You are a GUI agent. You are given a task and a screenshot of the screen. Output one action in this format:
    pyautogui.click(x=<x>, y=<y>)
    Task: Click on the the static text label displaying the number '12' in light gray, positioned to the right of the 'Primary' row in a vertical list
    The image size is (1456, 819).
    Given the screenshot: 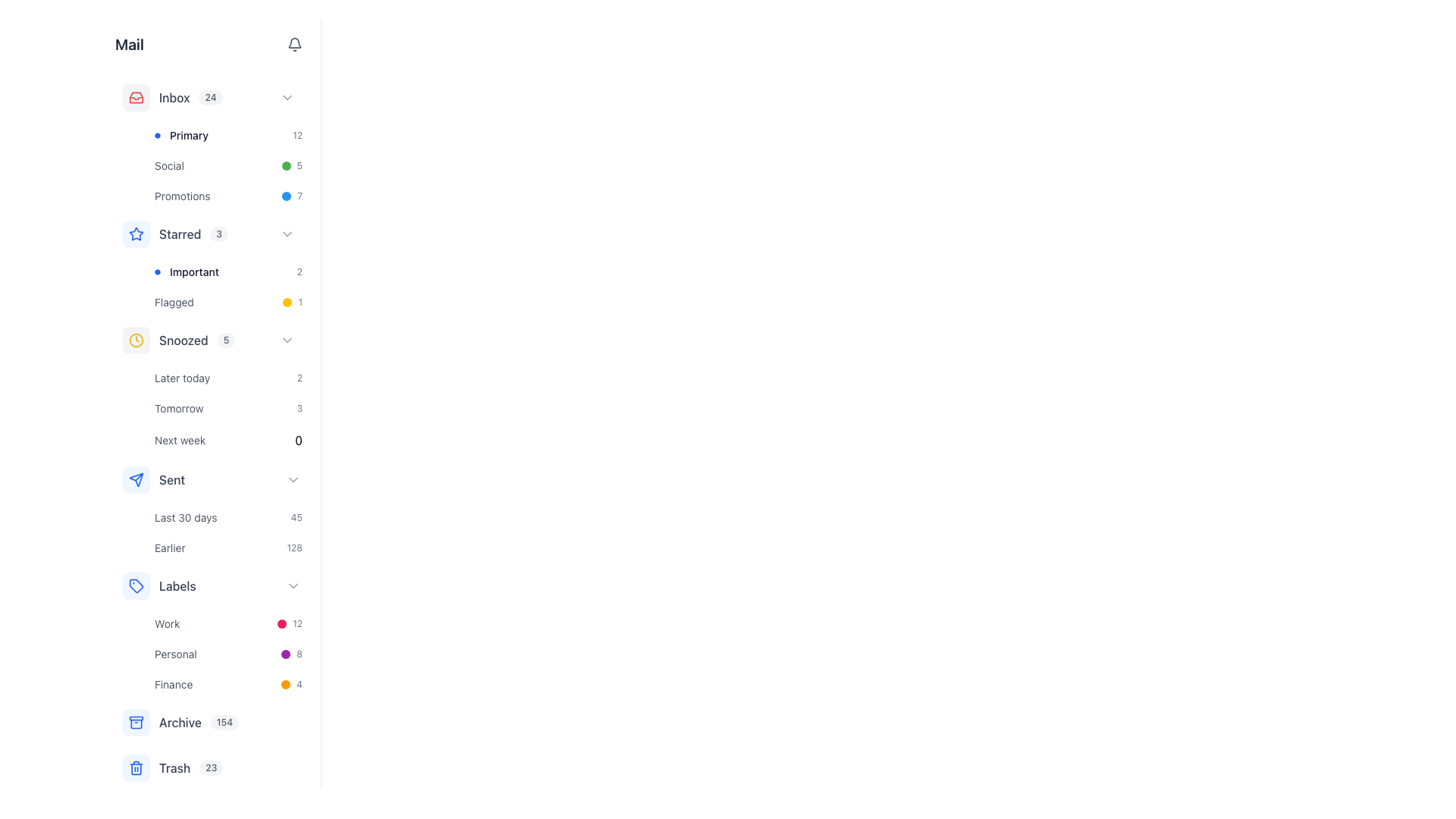 What is the action you would take?
    pyautogui.click(x=297, y=134)
    